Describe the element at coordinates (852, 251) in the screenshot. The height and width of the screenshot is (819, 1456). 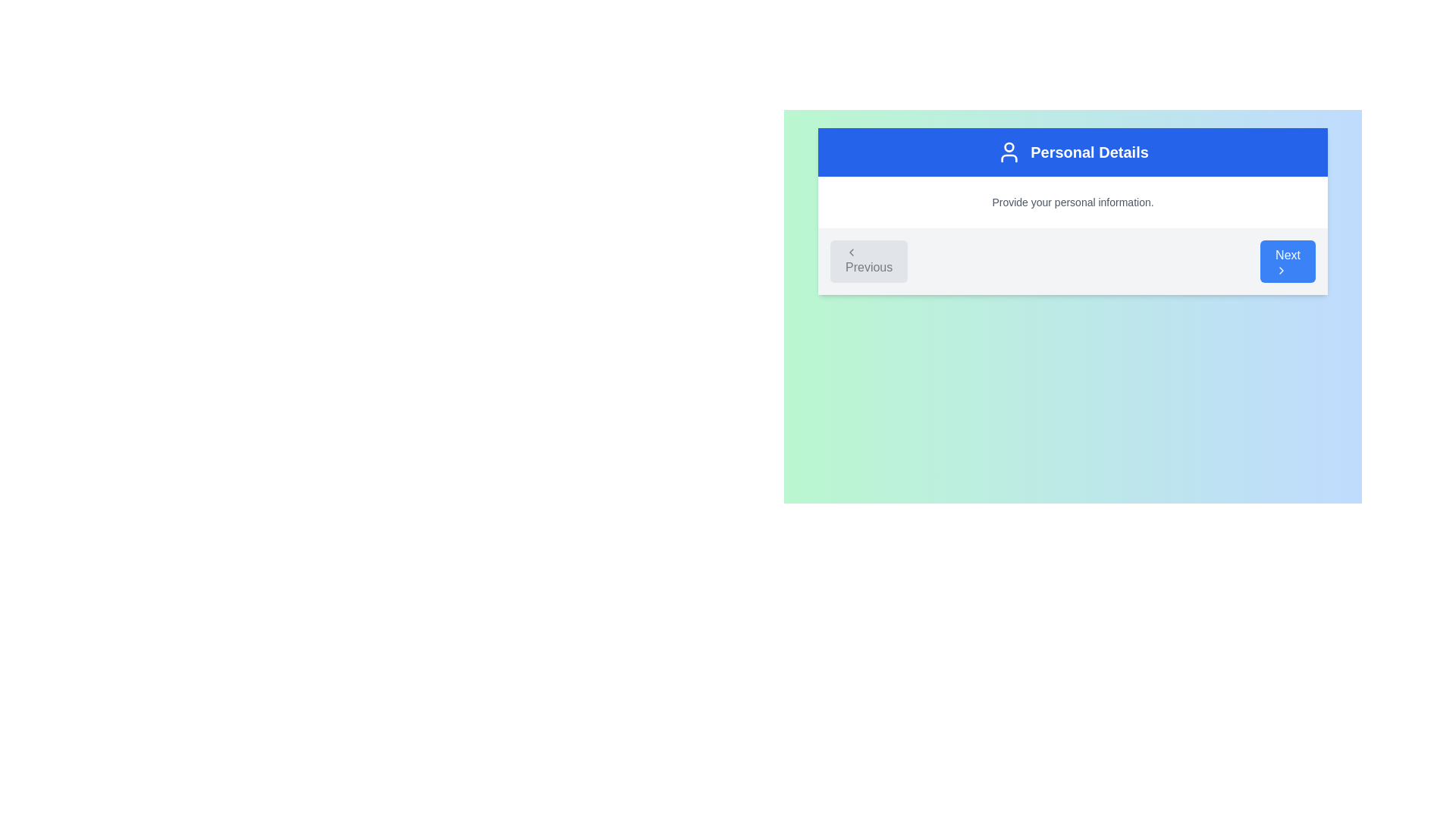
I see `the 'Previous' navigation indicator icon located within the 'Previous' button in the bottom-left corner of the main content section` at that location.